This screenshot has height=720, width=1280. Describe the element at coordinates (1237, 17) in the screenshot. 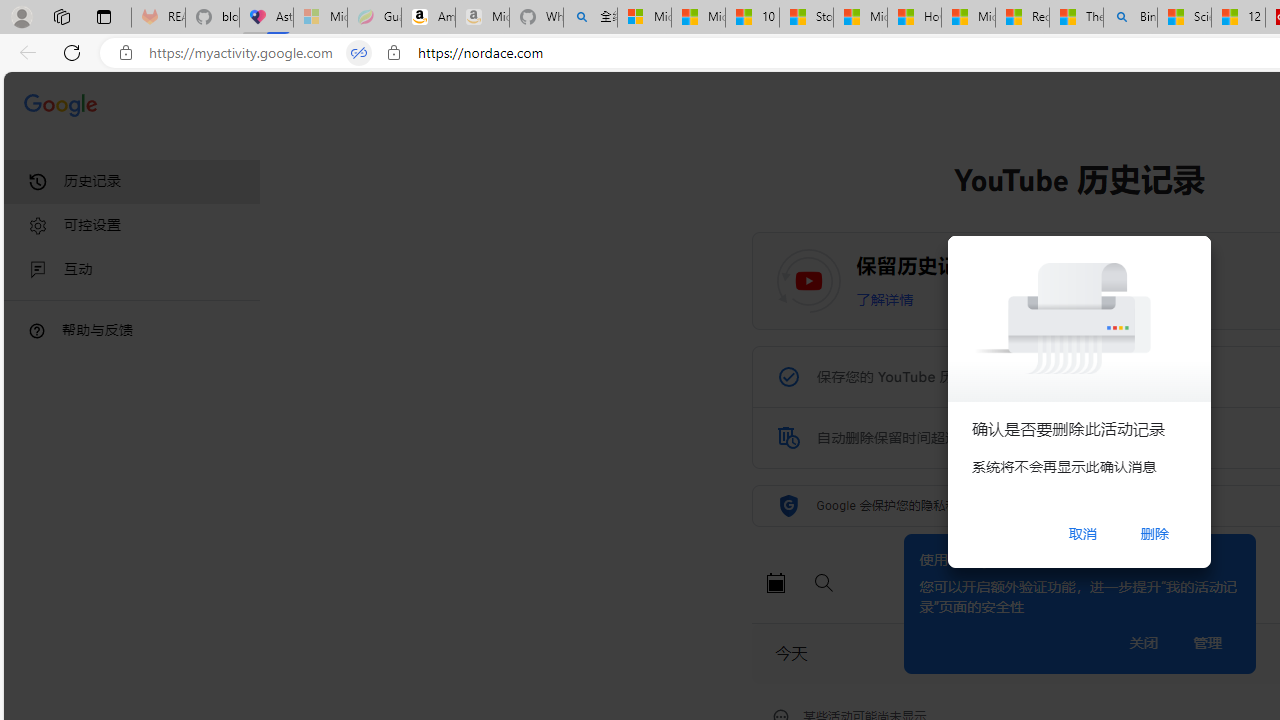

I see `'12 Popular Science Lies that Must be Corrected'` at that location.